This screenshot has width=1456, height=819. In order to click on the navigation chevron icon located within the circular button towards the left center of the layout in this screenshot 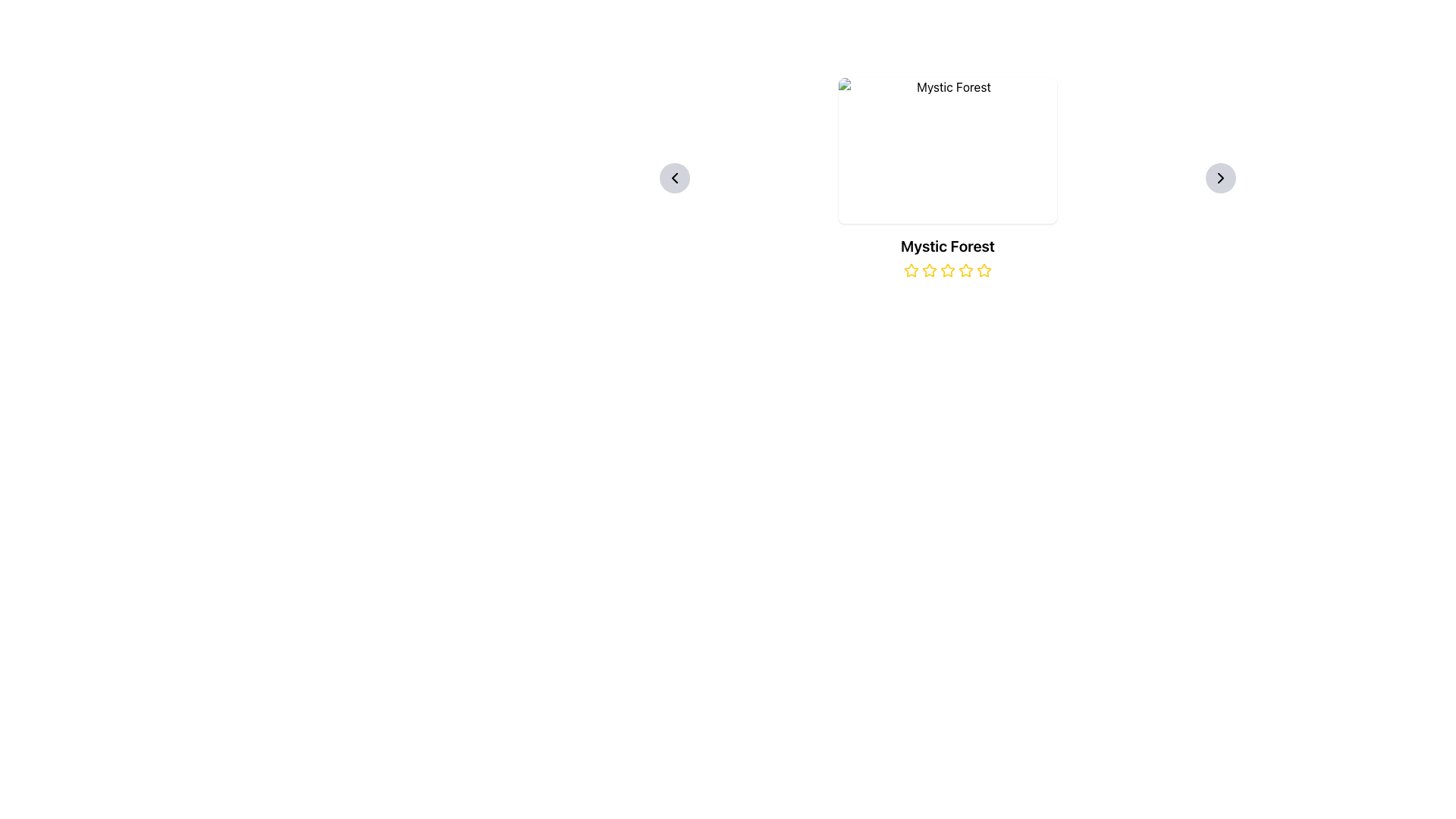, I will do `click(673, 177)`.